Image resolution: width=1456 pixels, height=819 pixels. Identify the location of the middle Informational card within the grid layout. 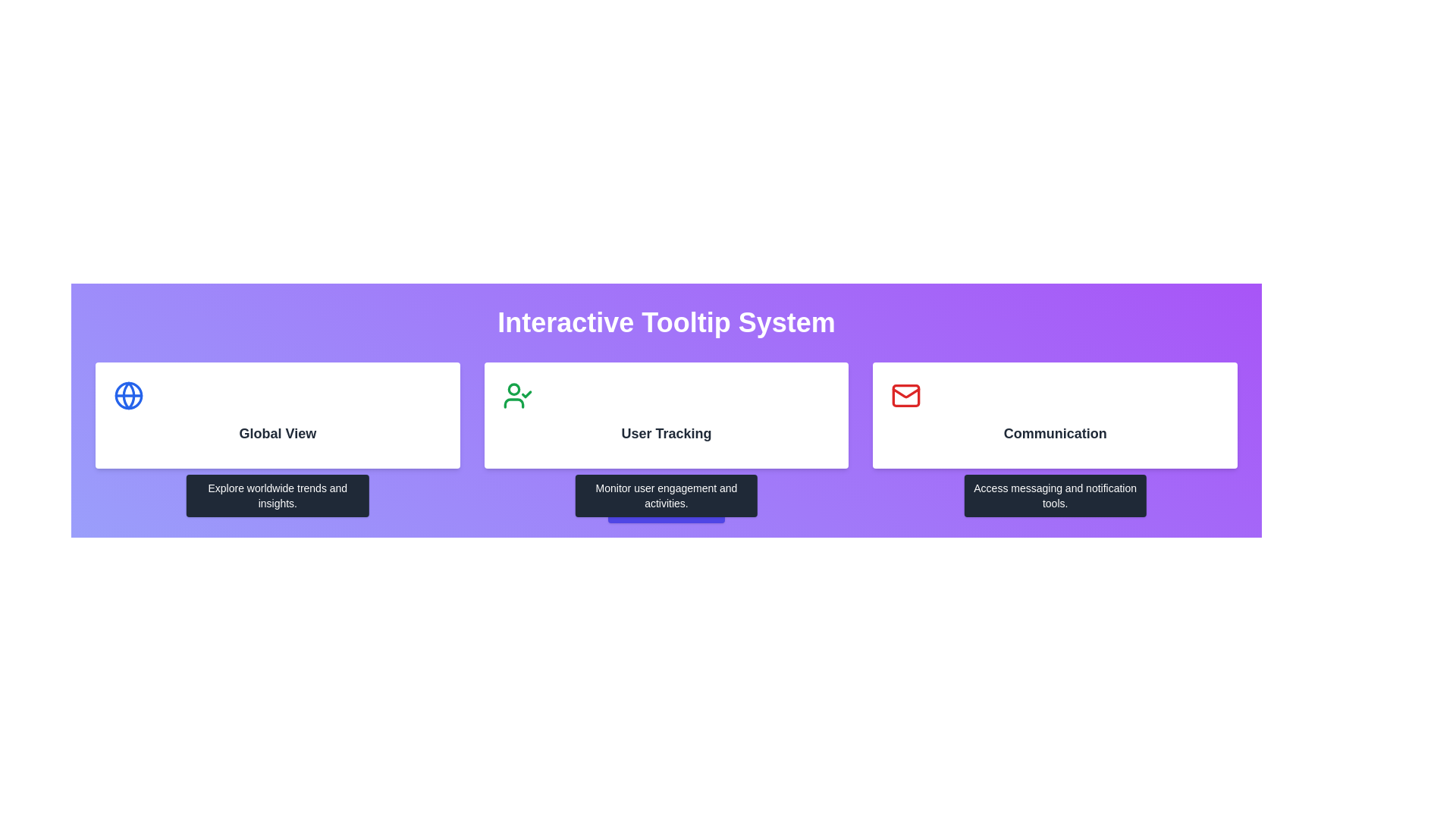
(666, 415).